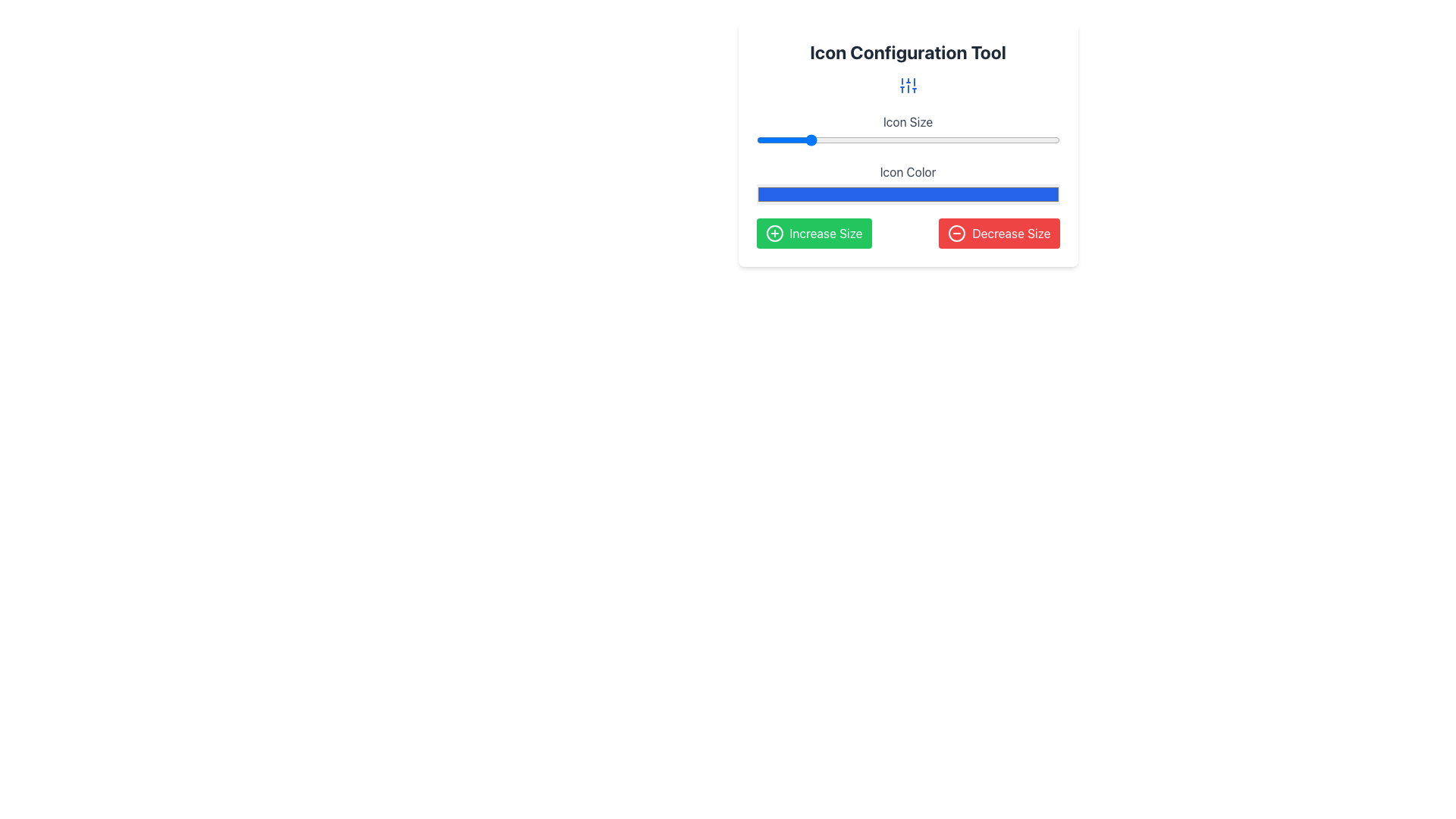 The image size is (1456, 819). I want to click on the color input field styled with a bold blue color fill, located below the 'Icon Color' label, to manually input a color code, so click(908, 193).